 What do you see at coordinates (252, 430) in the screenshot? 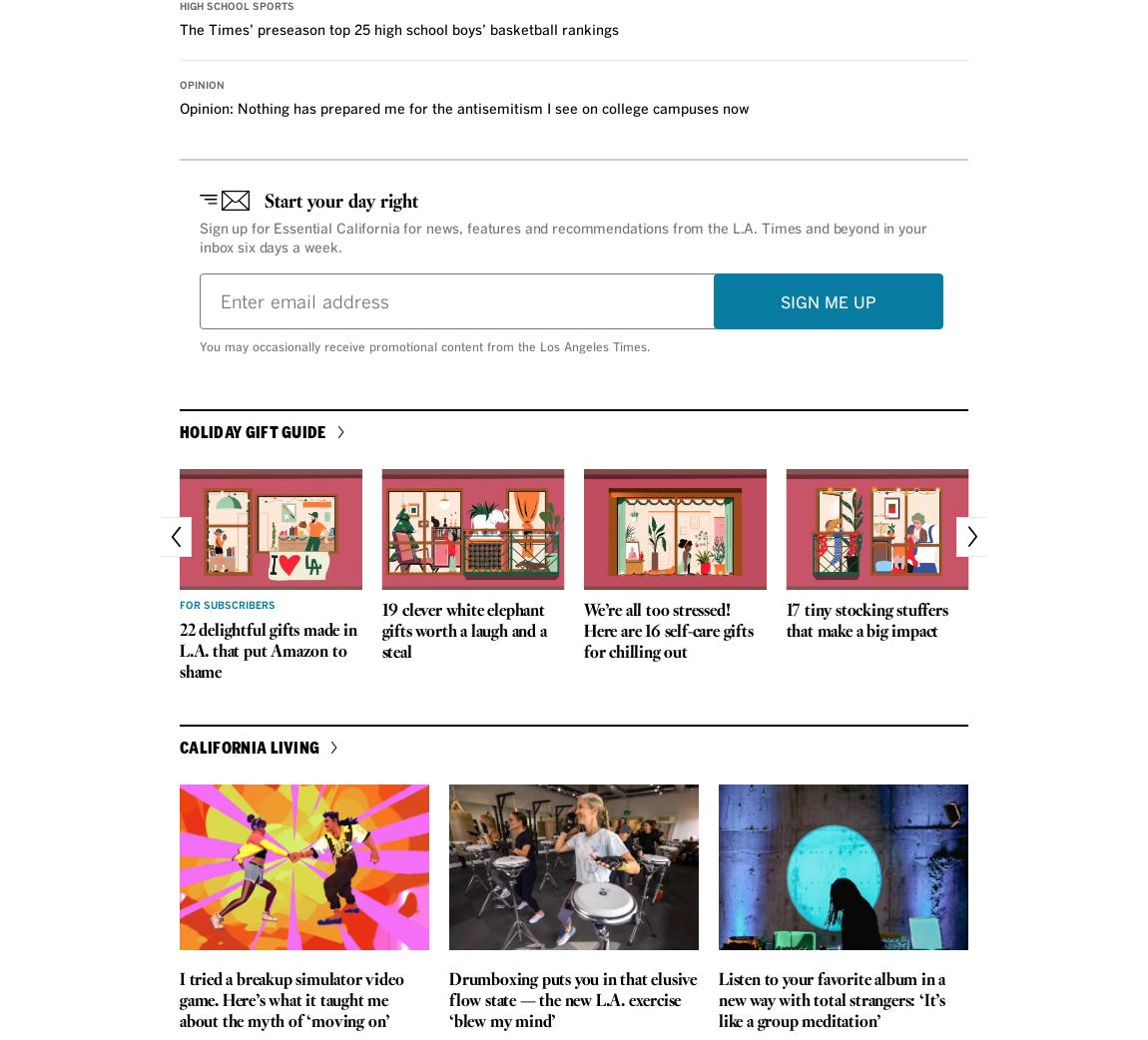
I see `'Holiday gift guide'` at bounding box center [252, 430].